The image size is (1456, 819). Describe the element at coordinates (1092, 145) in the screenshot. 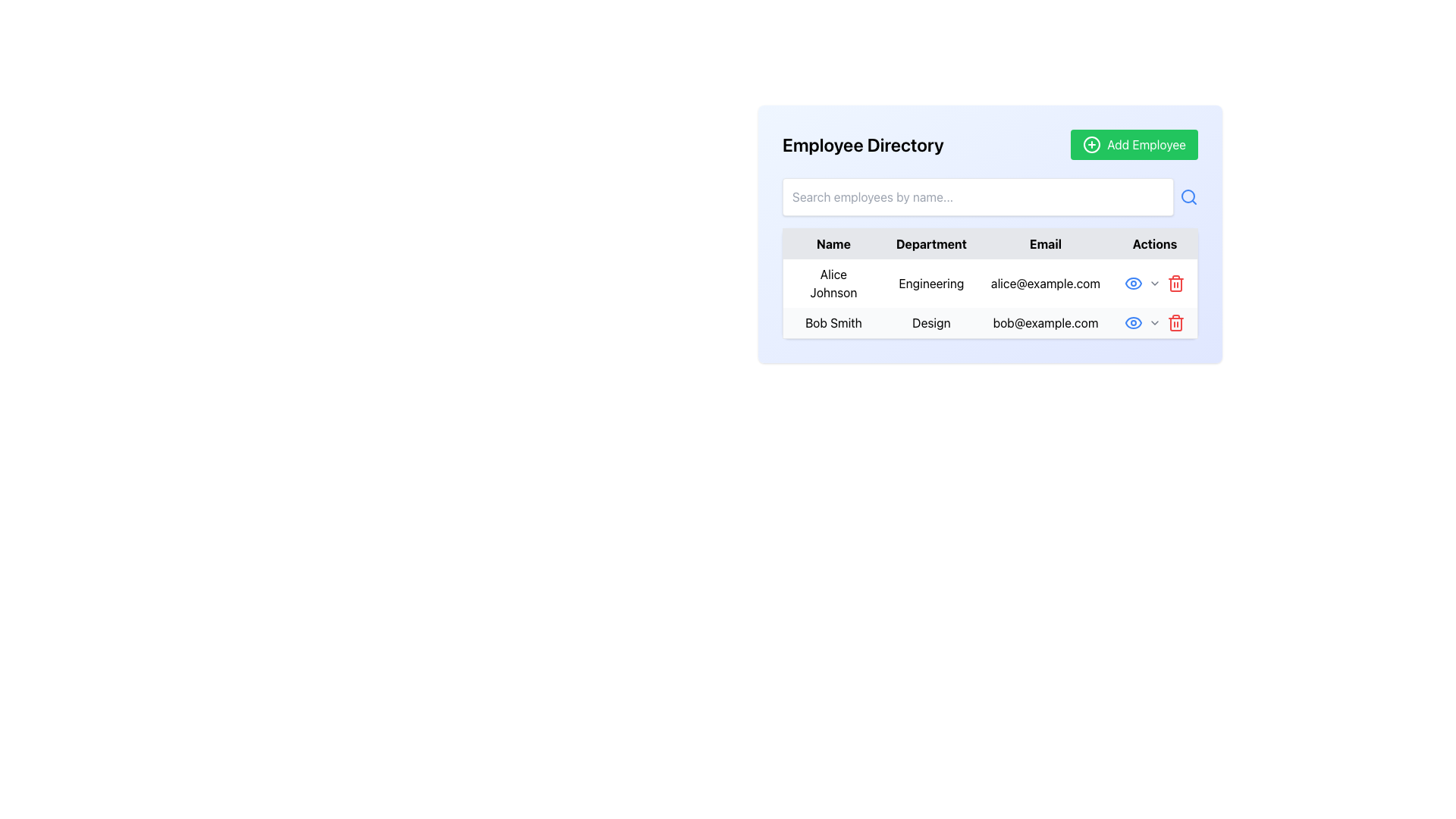

I see `the circular icon with a green stroke and a plus symbol, which is part of the 'Add Employee' button at the top-right corner of the layout` at that location.